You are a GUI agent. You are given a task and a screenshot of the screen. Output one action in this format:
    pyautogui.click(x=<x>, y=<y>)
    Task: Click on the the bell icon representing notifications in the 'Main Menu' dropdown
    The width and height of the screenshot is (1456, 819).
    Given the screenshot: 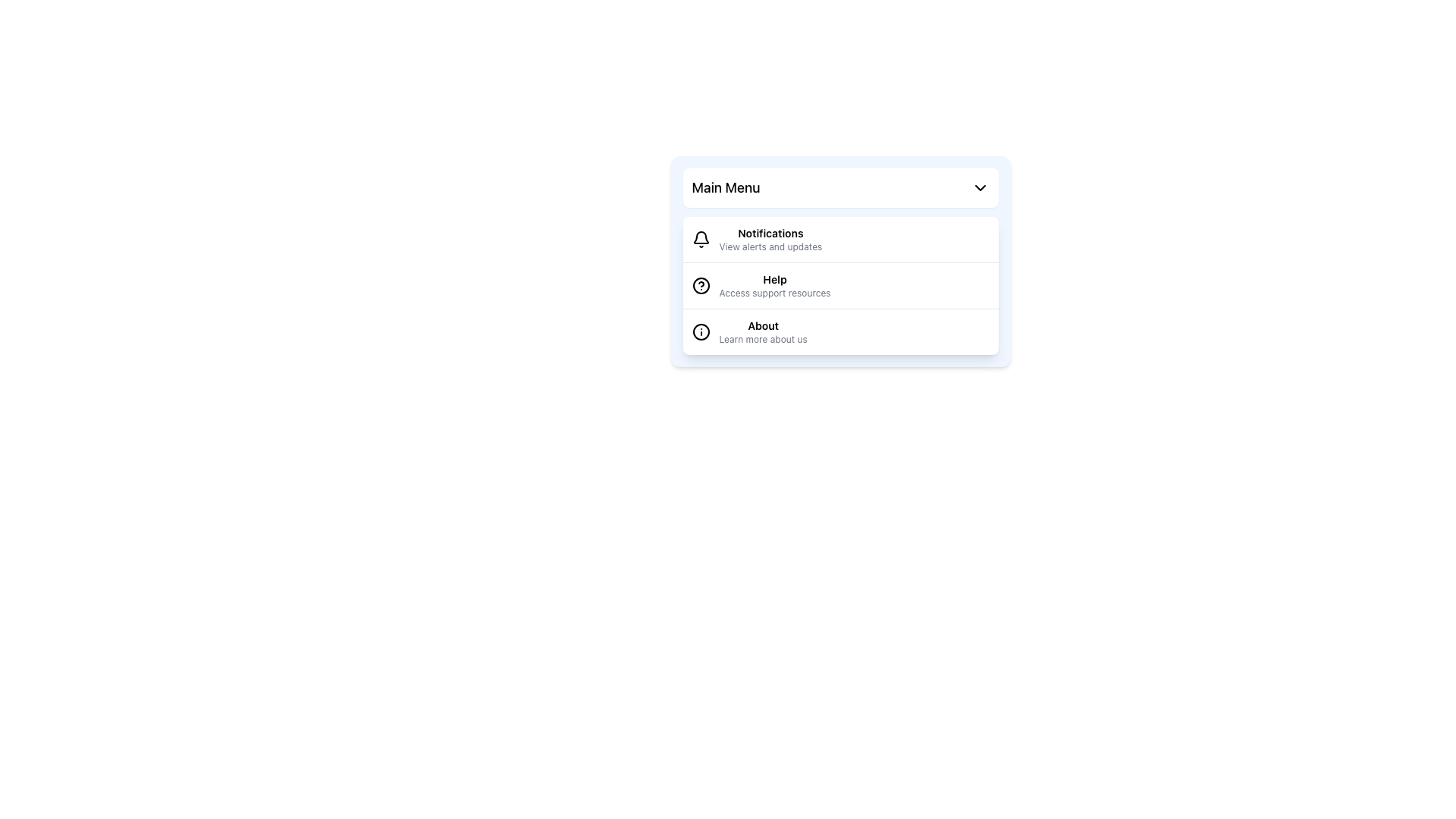 What is the action you would take?
    pyautogui.click(x=700, y=237)
    